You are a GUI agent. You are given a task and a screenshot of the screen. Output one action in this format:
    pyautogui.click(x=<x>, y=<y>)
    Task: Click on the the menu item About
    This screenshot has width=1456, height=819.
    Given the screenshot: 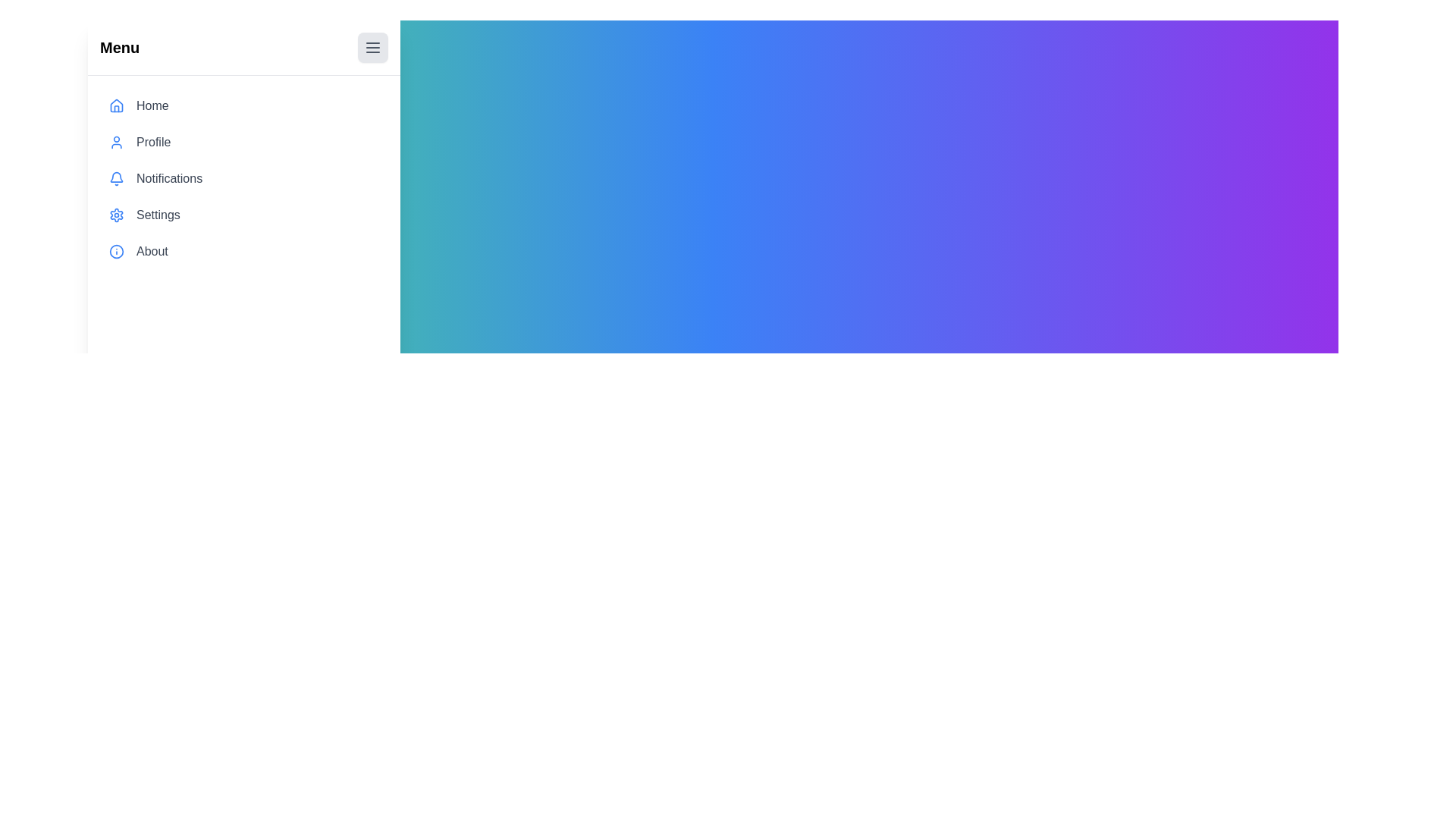 What is the action you would take?
    pyautogui.click(x=244, y=250)
    